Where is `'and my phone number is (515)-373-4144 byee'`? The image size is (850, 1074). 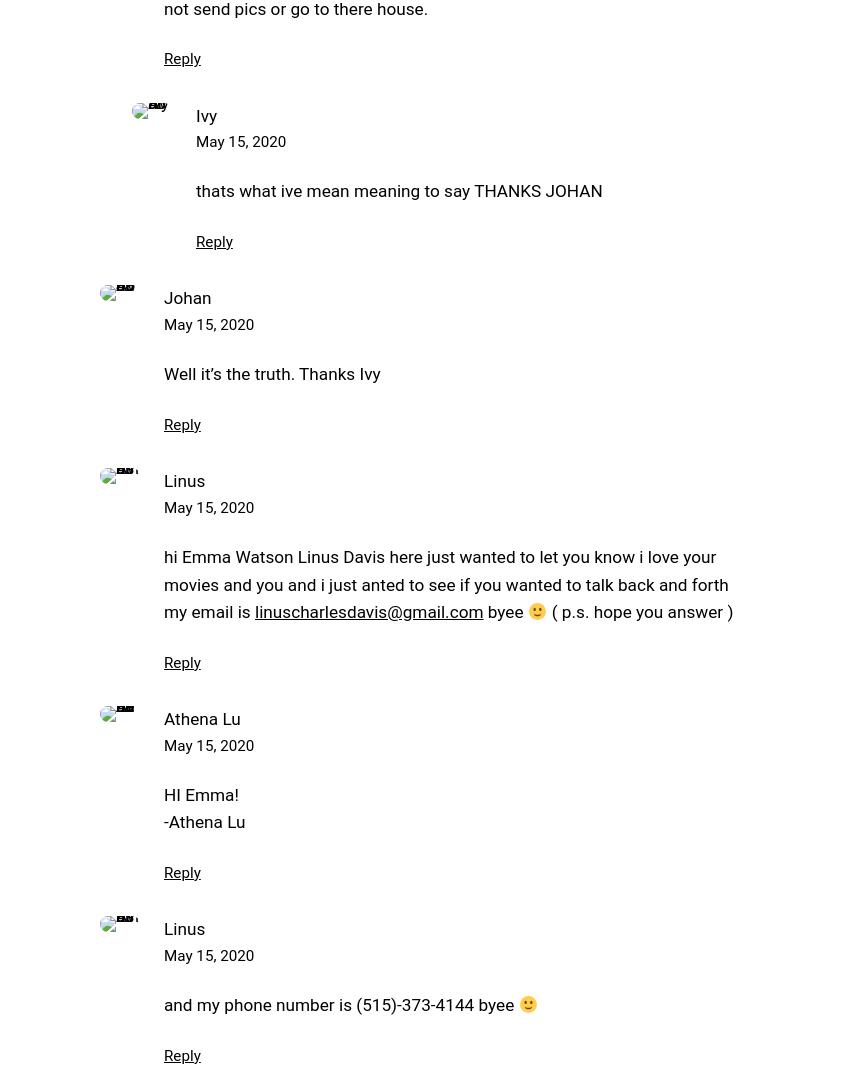
'and my phone number is (515)-373-4144 byee' is located at coordinates (340, 1004).